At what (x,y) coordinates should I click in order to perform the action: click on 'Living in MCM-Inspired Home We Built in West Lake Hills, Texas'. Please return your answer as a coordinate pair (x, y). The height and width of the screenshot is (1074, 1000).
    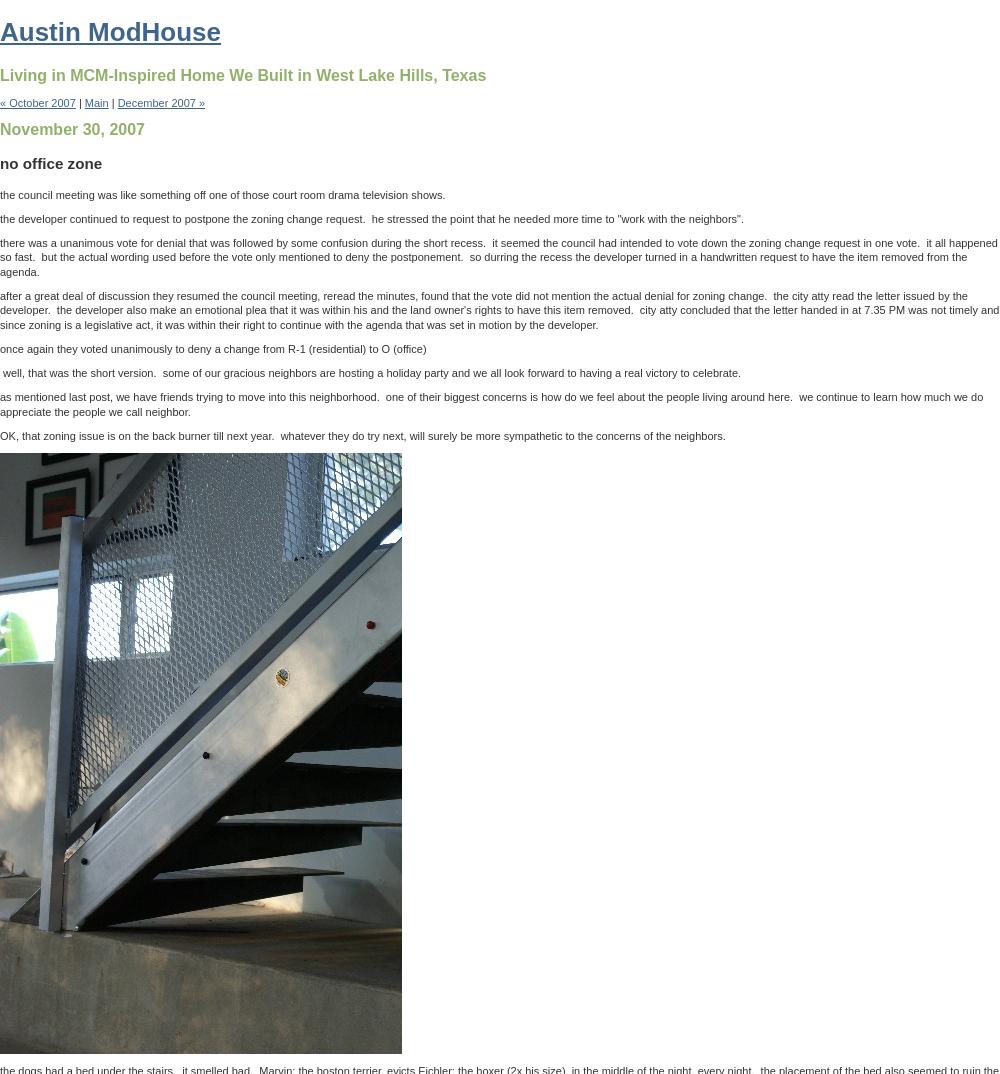
    Looking at the image, I should click on (242, 74).